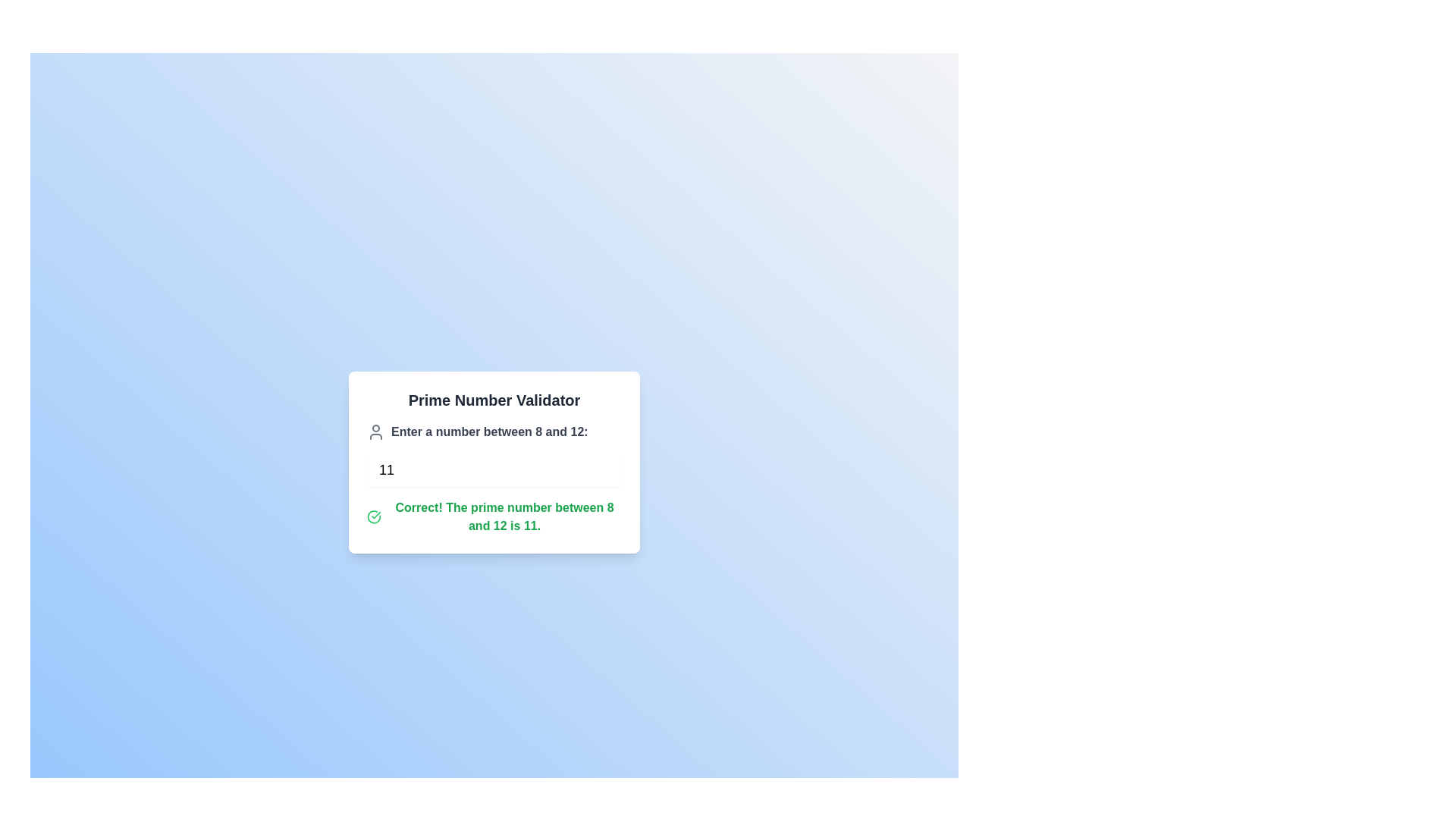  I want to click on the green checkmark icon enclosed in a circular shape, which indicates a successful action, located centrally below the primary input field, so click(374, 516).